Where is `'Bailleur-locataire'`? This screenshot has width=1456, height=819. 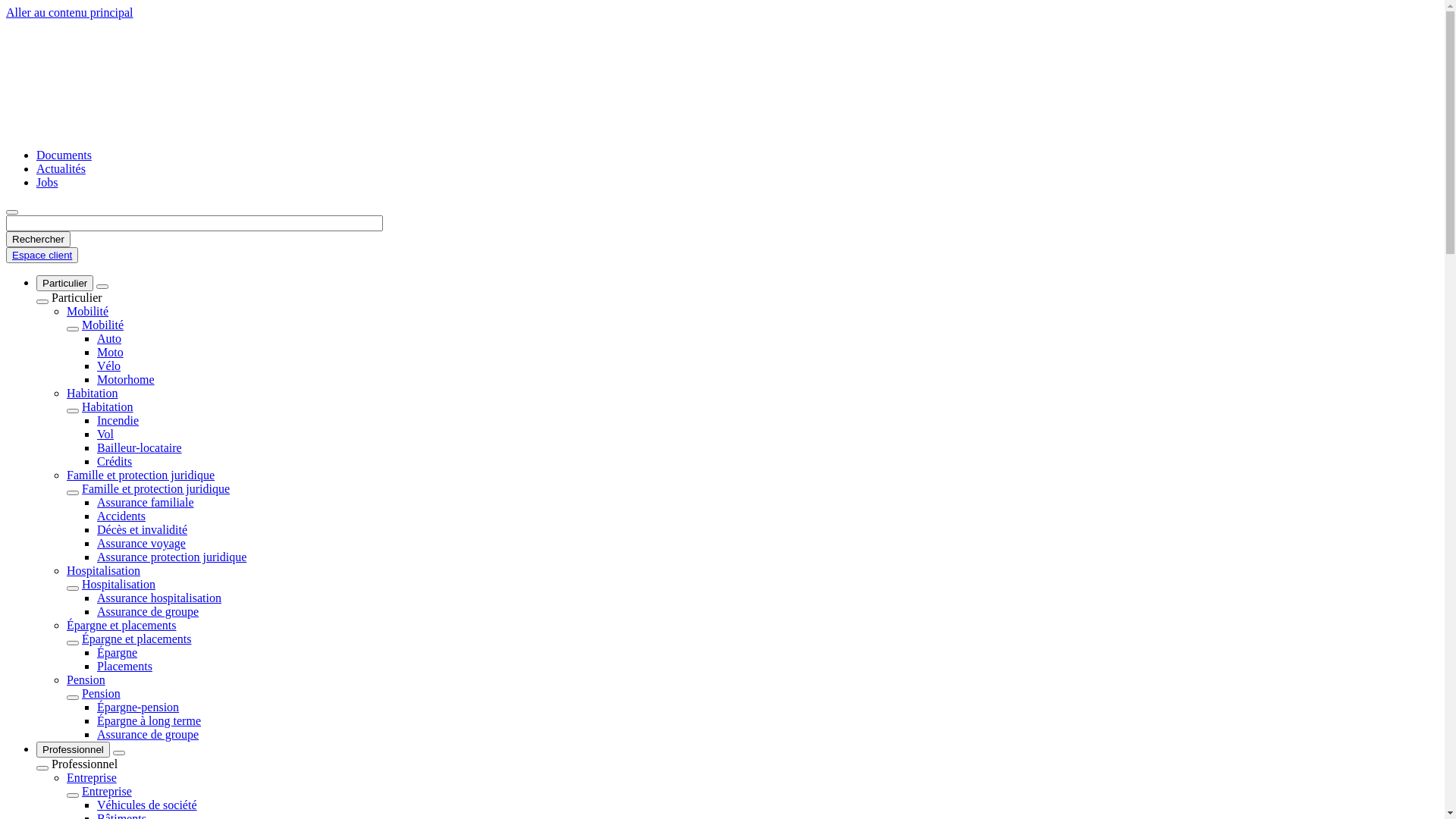 'Bailleur-locataire' is located at coordinates (139, 447).